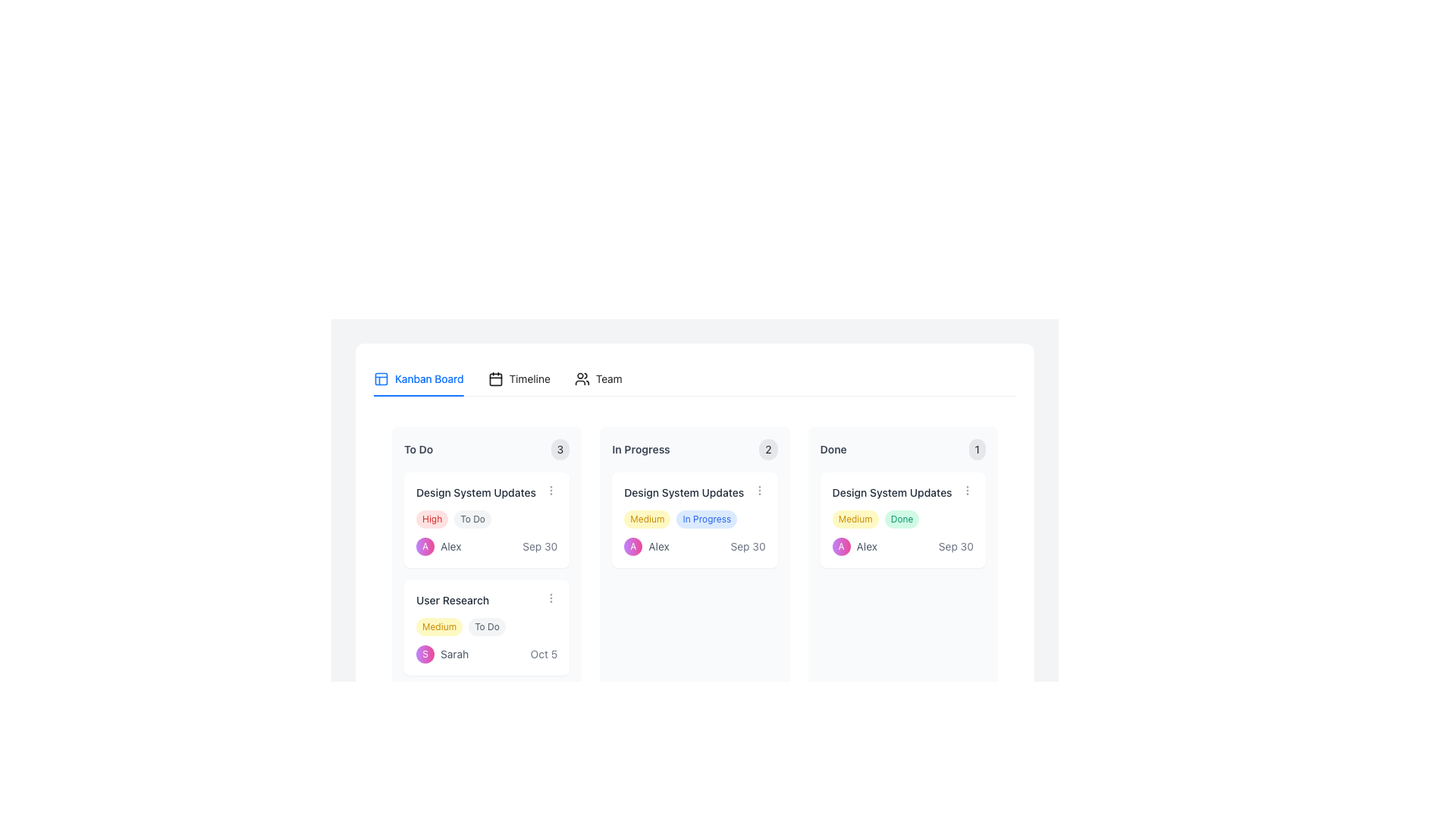 This screenshot has width=1456, height=819. I want to click on the 'more options' icon represented by three horizontally aligned dots, located within the button with class 'ant-tabs-nav-more' in the top-left section of the interface, so click(391, 375).